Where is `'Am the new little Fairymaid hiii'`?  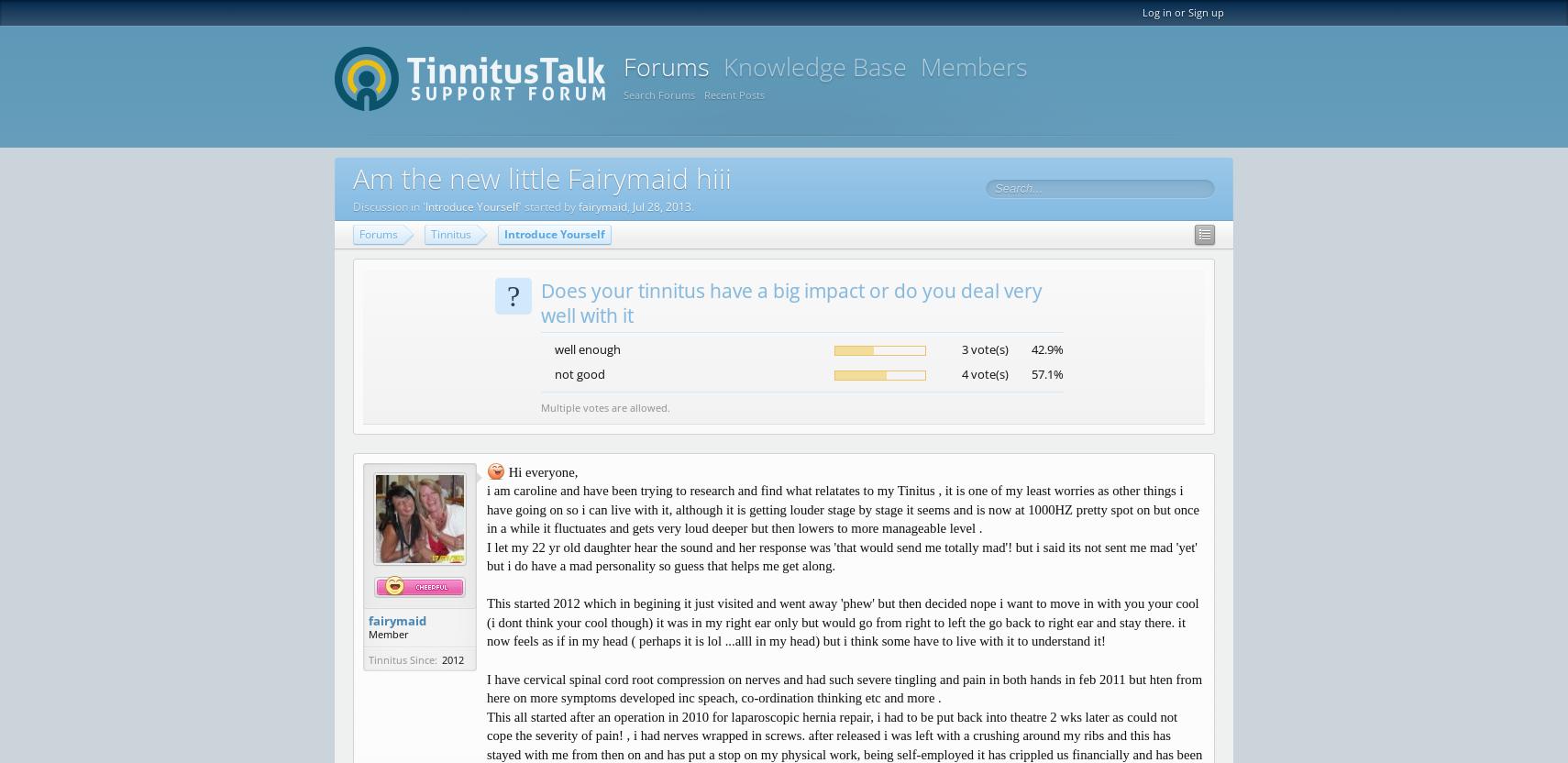 'Am the new little Fairymaid hiii' is located at coordinates (542, 177).